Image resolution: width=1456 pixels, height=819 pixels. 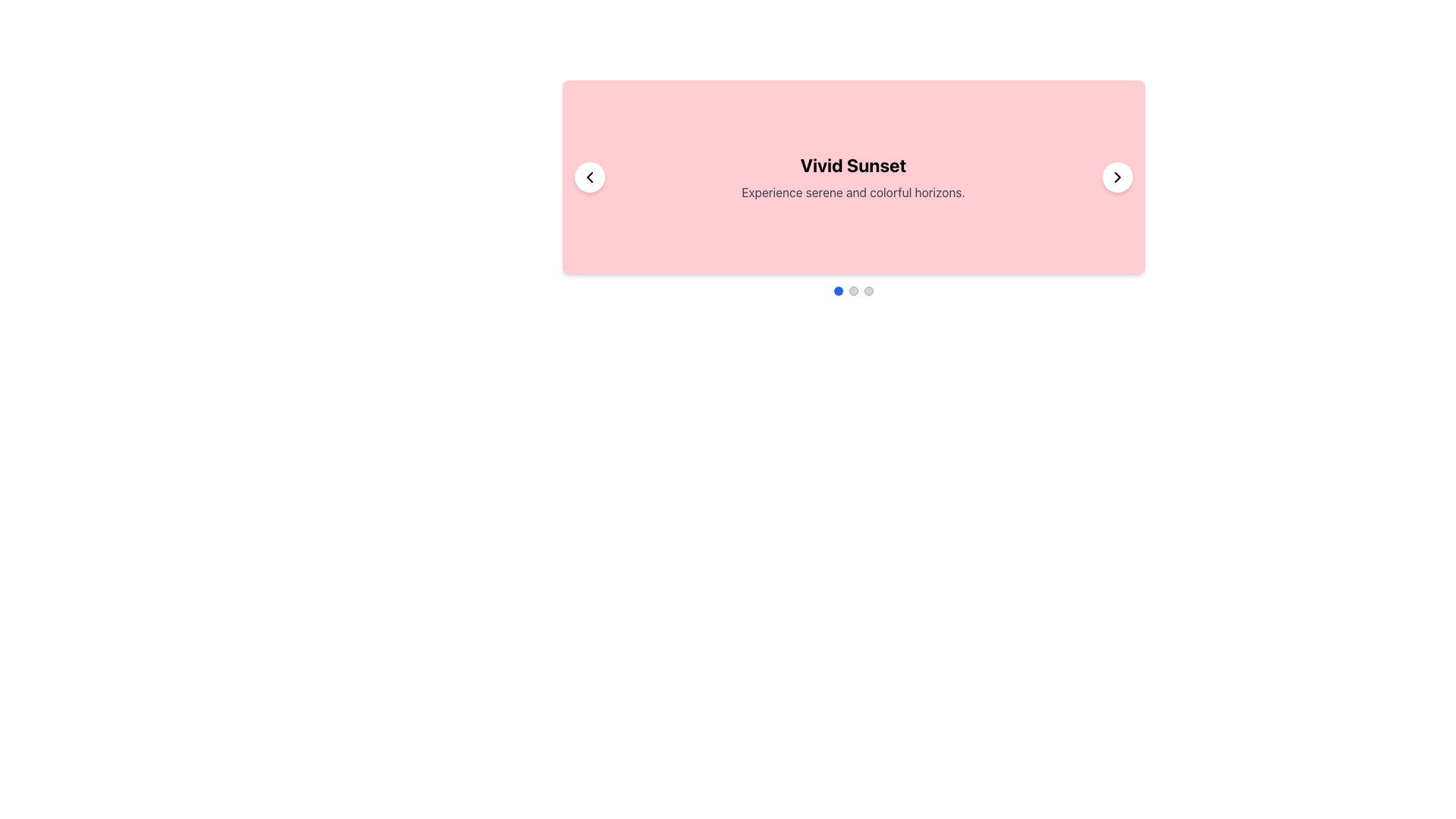 I want to click on the navigational button on the right side of the pink card labeled 'Vivid Sunset - Experience serene and colorful horizons', so click(x=1117, y=177).